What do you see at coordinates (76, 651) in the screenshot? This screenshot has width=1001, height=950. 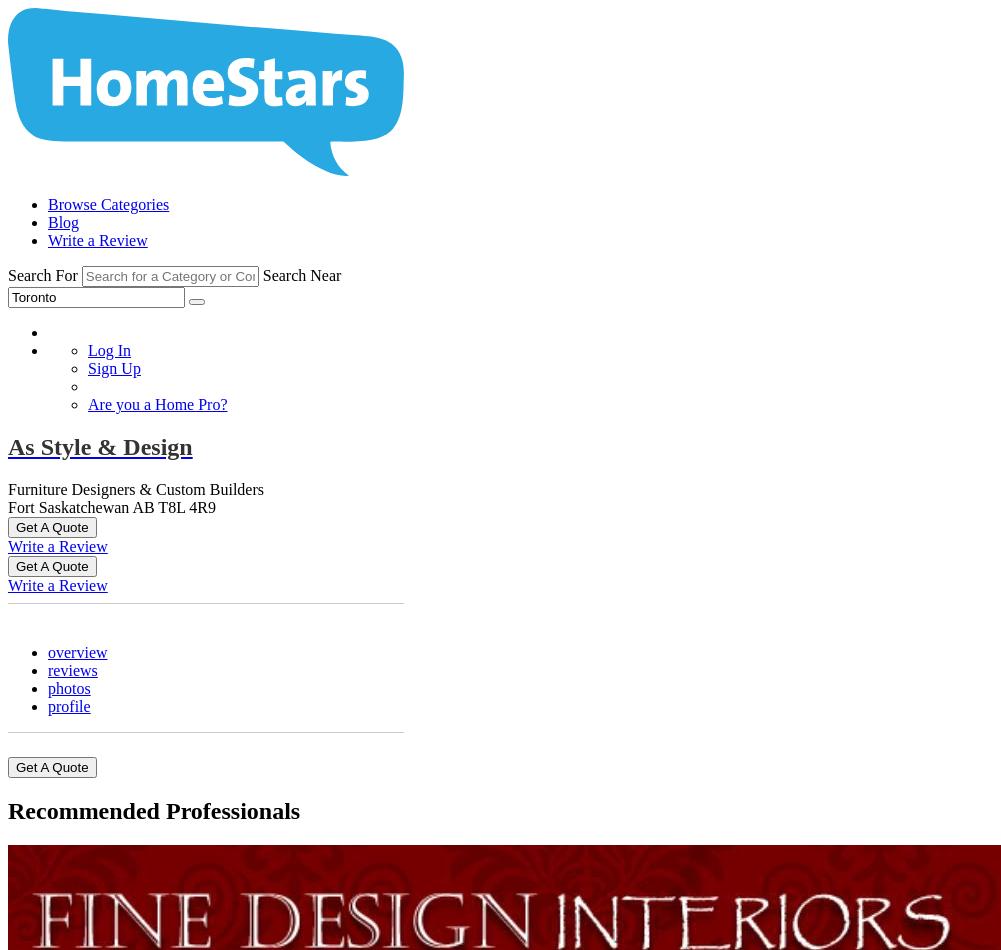 I see `'overview'` at bounding box center [76, 651].